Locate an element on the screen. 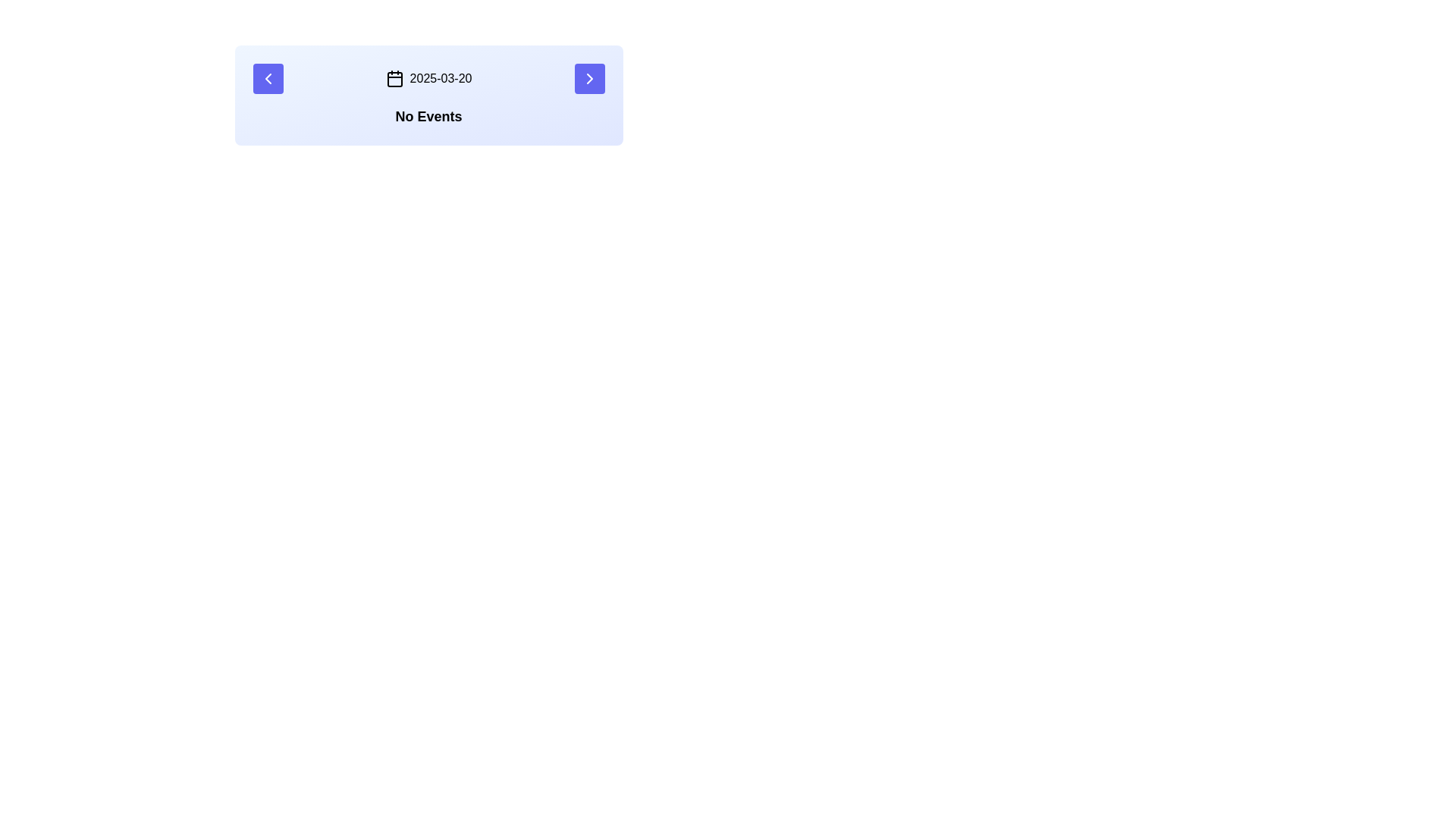 Image resolution: width=1456 pixels, height=819 pixels. text displayed in the text field showing the date '2025-03-20', which is positioned between a calendar icon and a navigational button with a chevron is located at coordinates (428, 79).